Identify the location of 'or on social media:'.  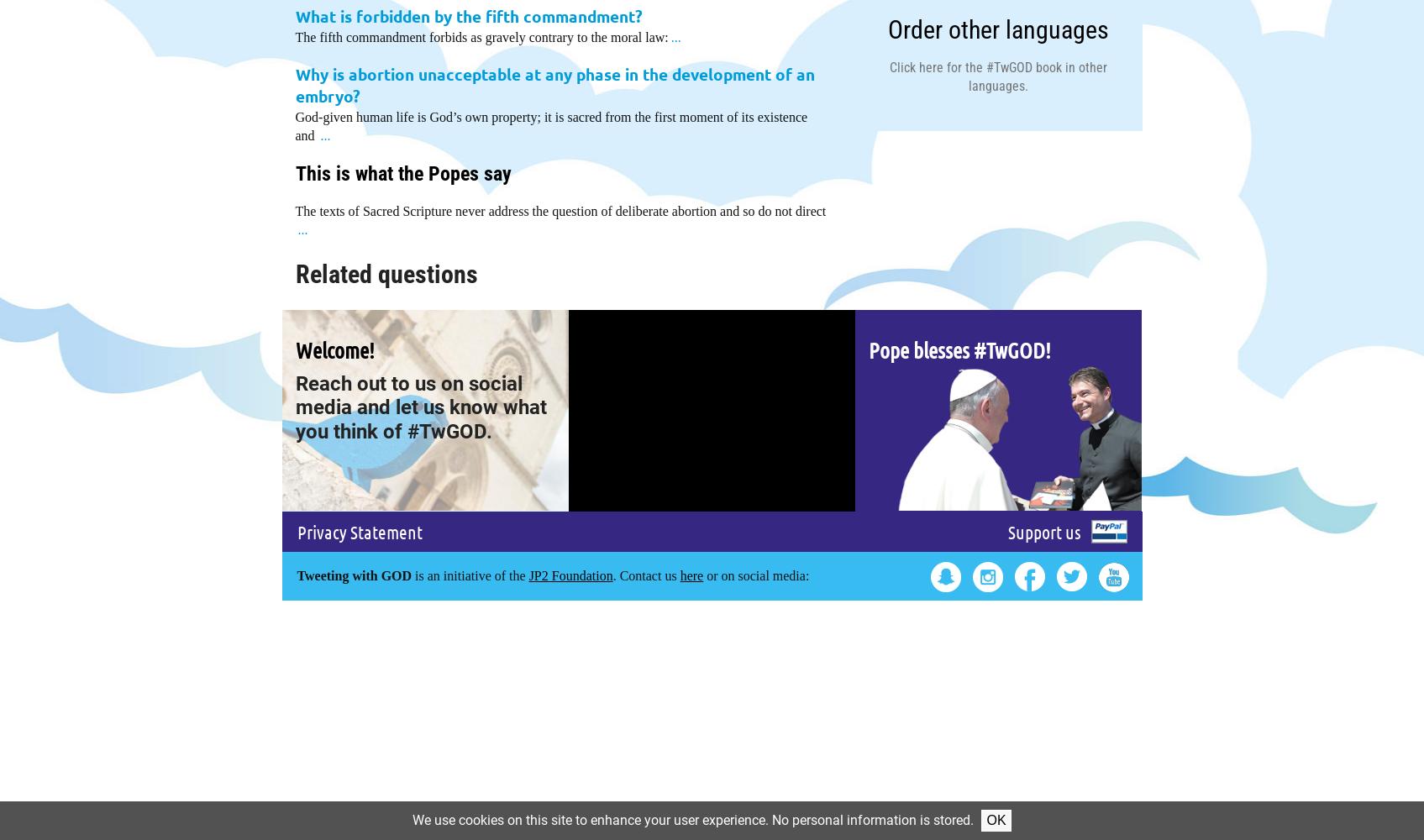
(755, 575).